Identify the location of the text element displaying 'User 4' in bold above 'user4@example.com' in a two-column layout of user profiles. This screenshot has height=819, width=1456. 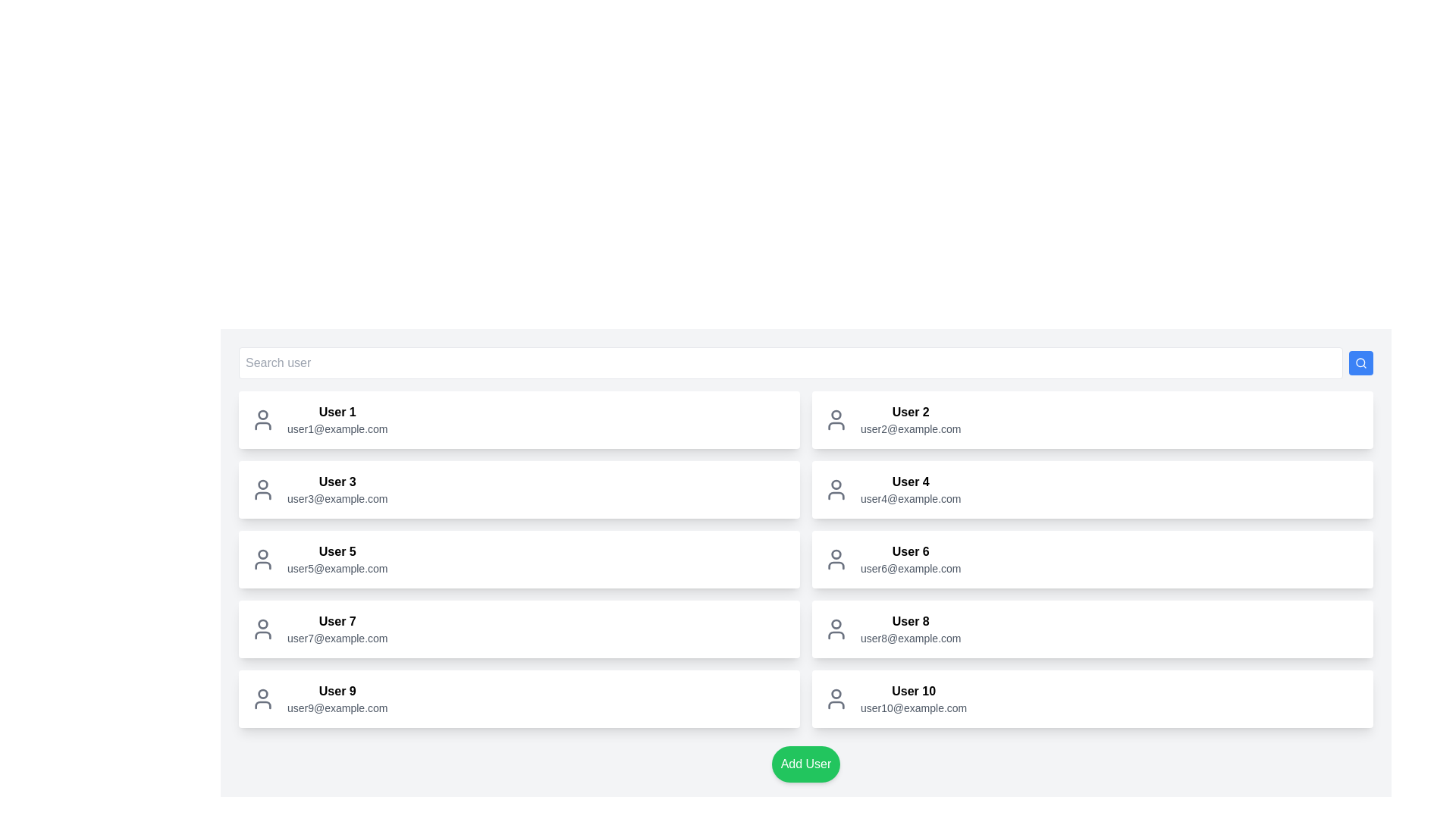
(910, 489).